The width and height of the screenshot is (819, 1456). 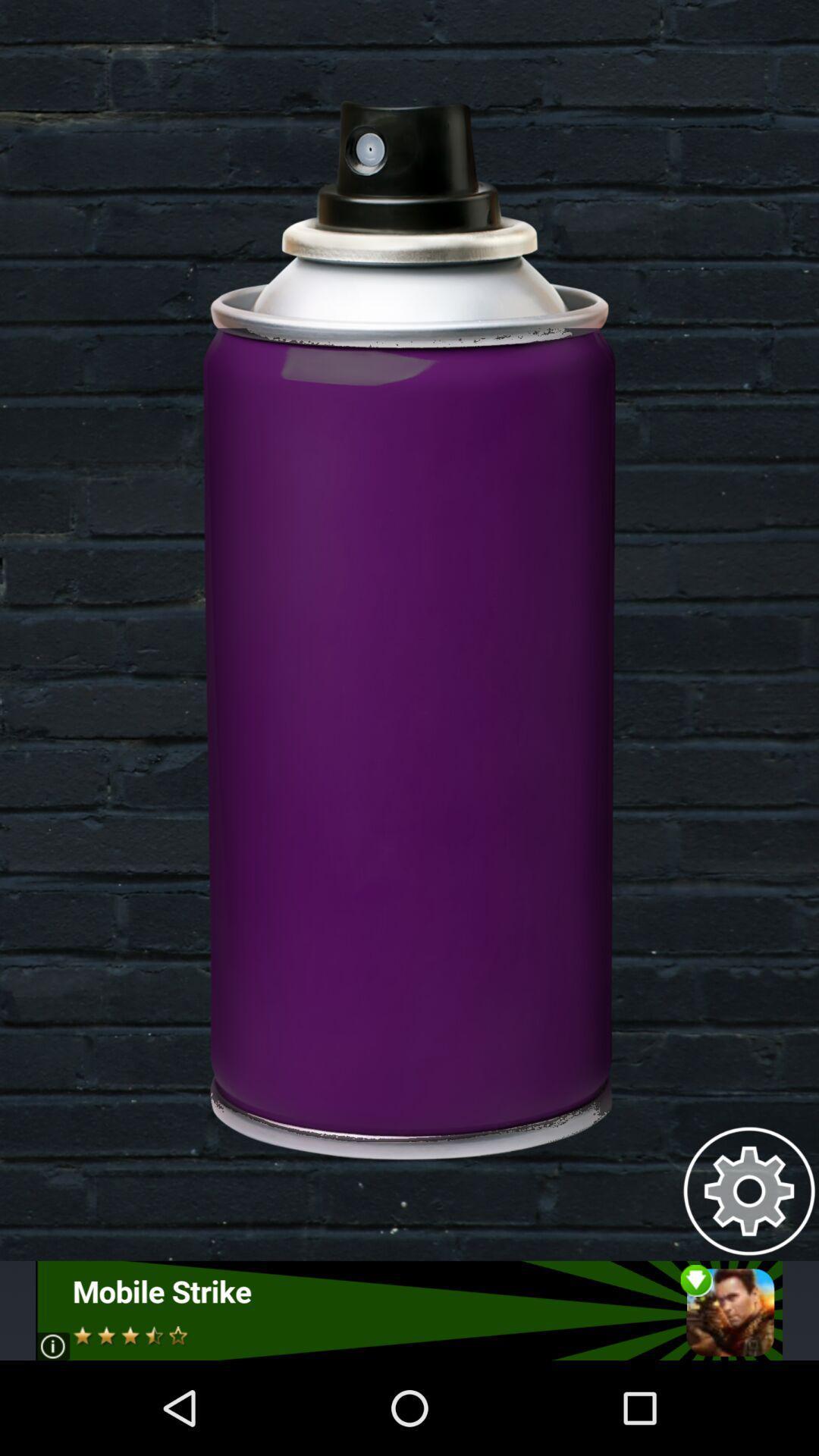 I want to click on the settings icon, so click(x=748, y=1274).